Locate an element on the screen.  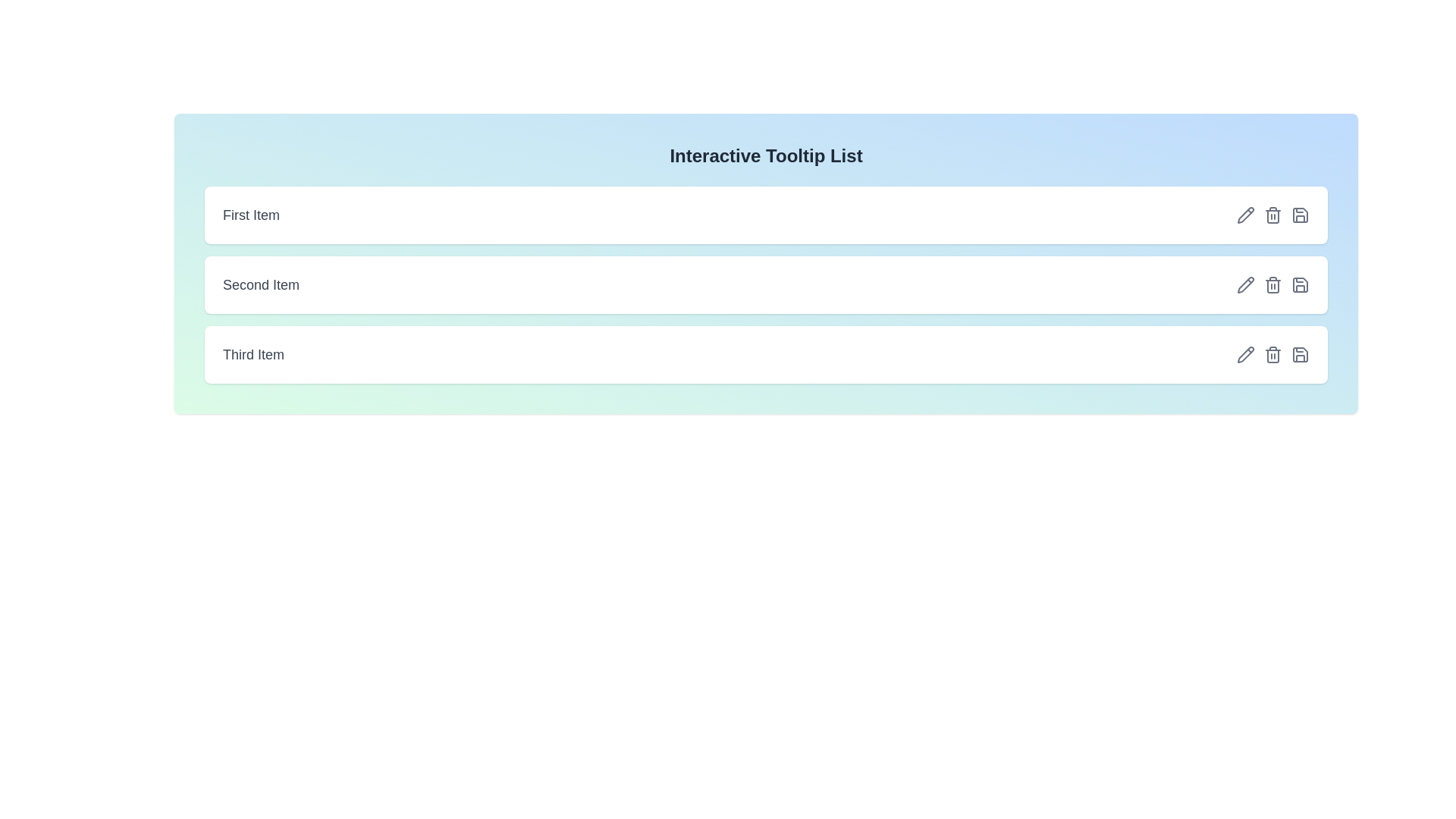
the save button icon at the far right end of the third list item in the 'Interactive Tooltip List' for visibility is located at coordinates (1299, 354).